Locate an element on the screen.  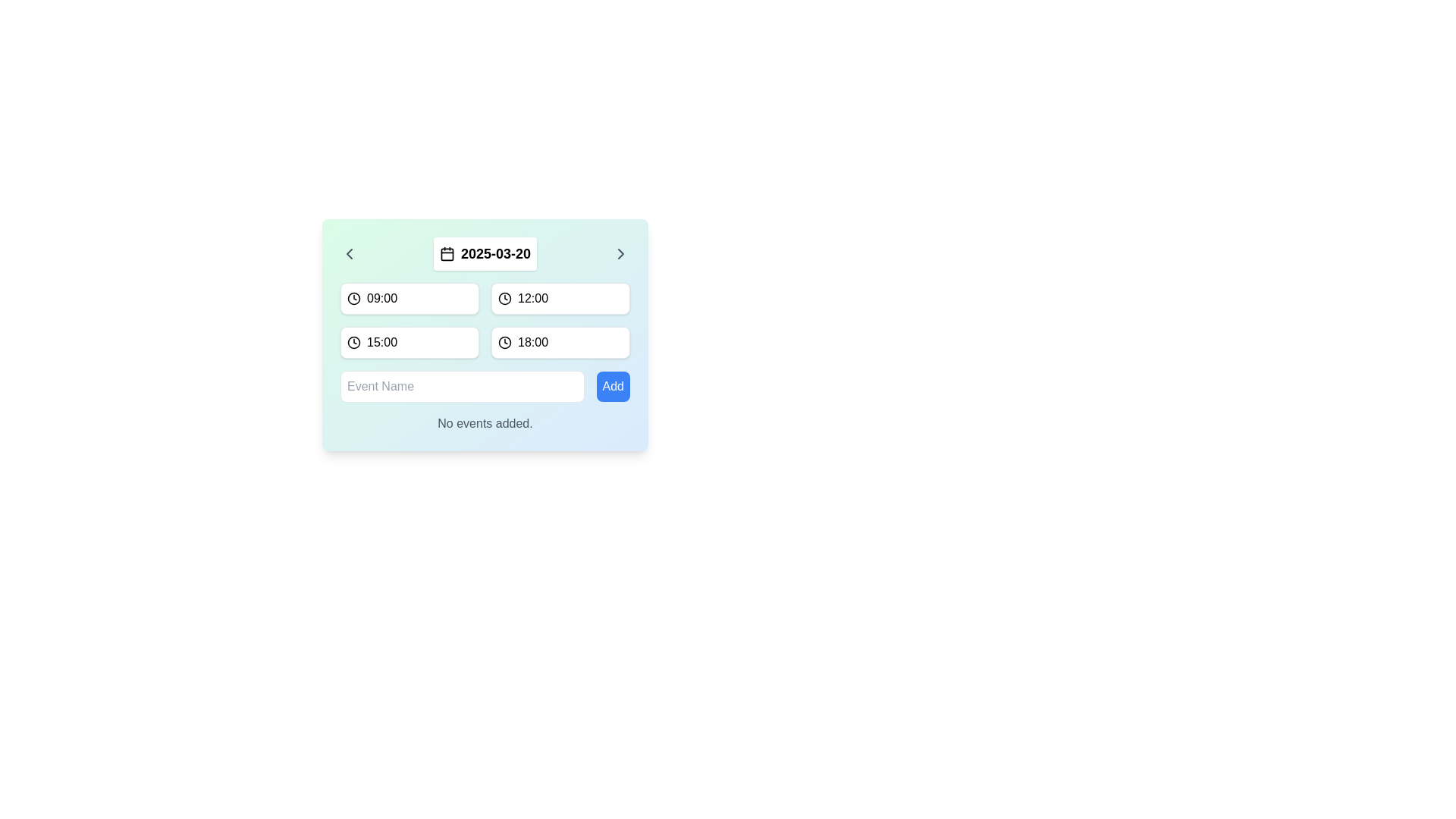
one of the time slots in the grid layout containing clock icons and time values is located at coordinates (484, 320).